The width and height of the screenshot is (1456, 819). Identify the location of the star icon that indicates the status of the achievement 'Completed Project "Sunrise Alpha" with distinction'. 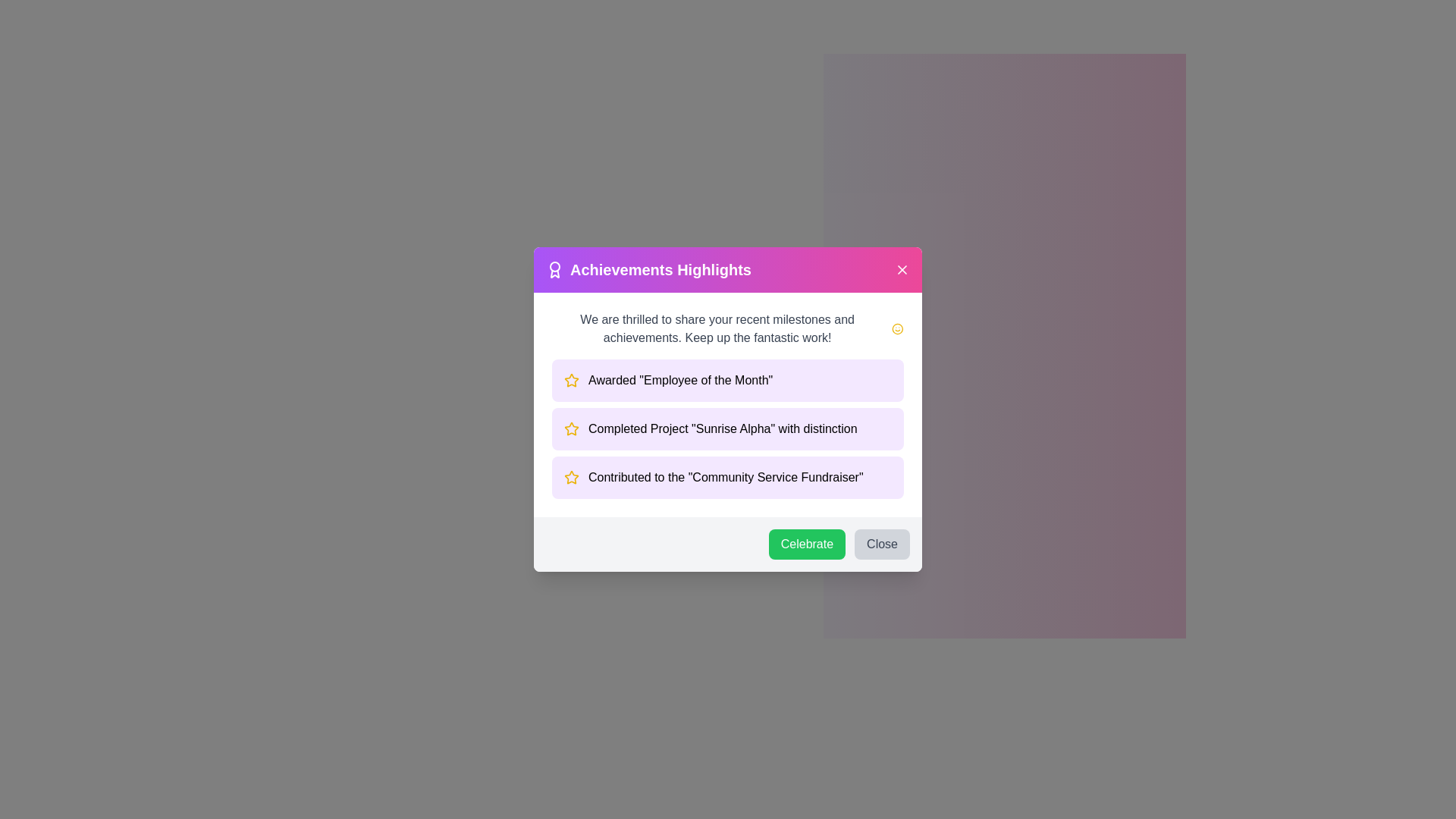
(570, 429).